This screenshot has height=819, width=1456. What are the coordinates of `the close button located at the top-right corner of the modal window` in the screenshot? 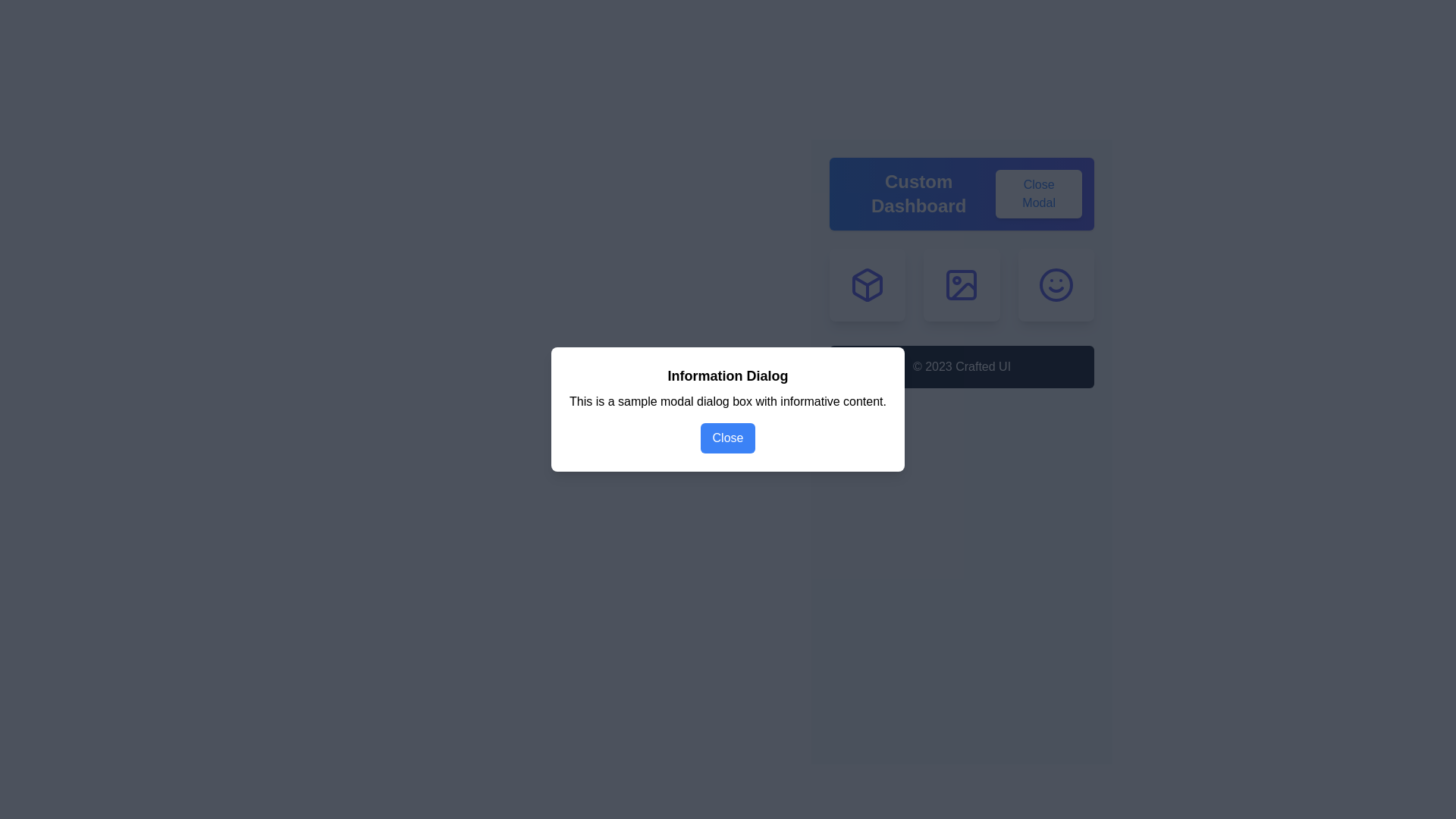 It's located at (1038, 193).